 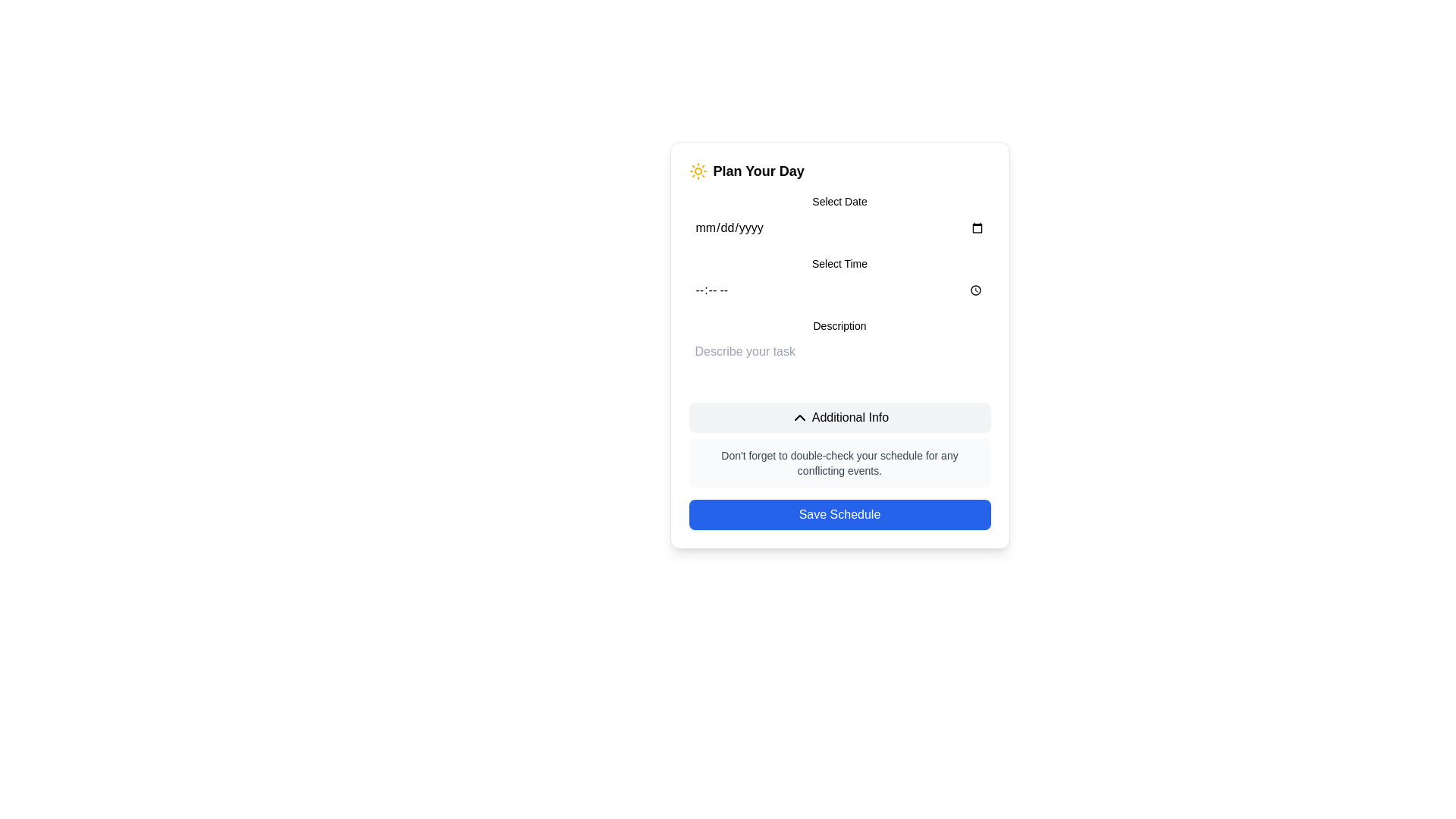 I want to click on the submit button located at the bottom of the vertical form layout, so click(x=839, y=513).